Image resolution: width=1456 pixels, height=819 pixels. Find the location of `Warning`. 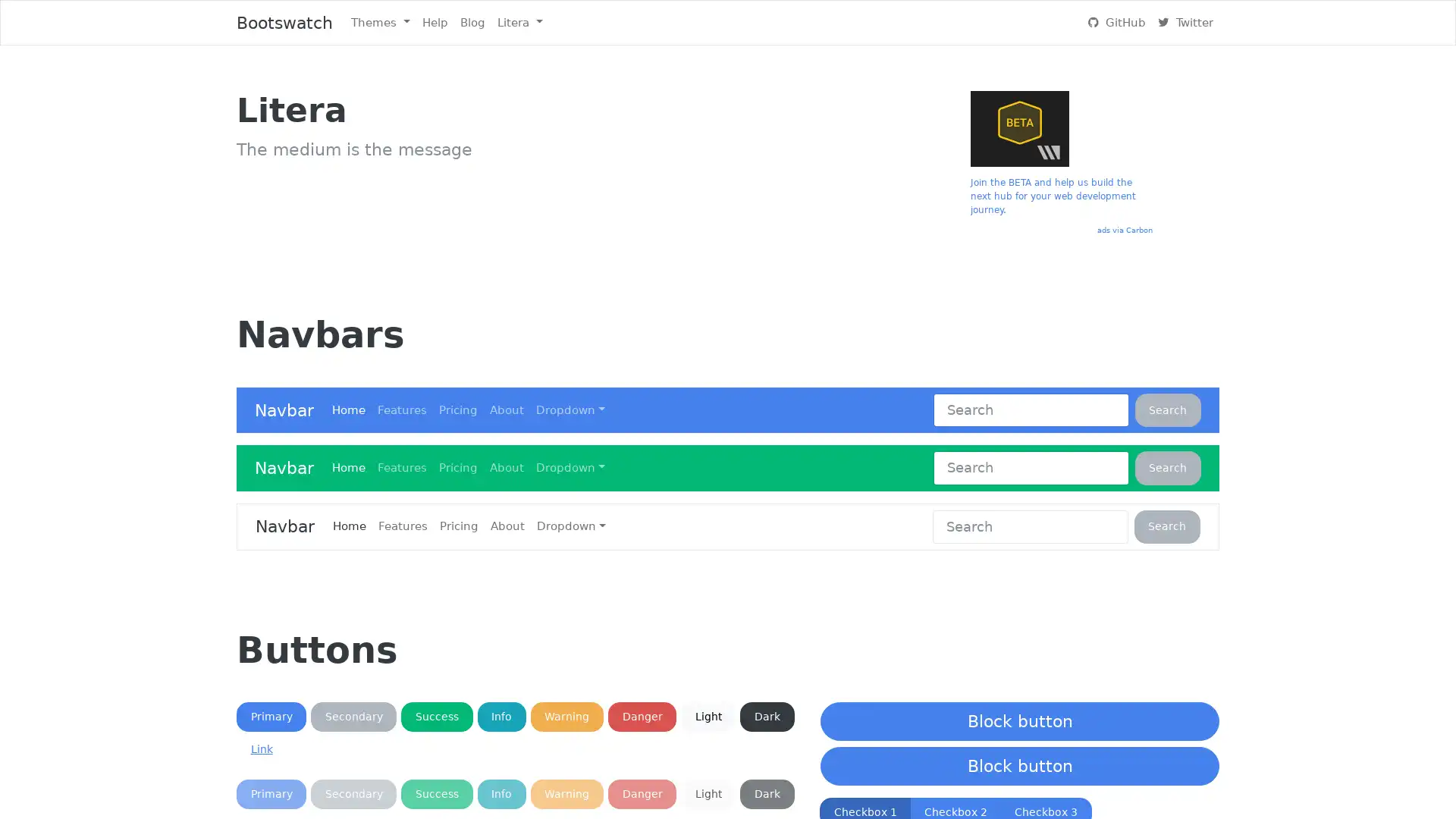

Warning is located at coordinates (566, 717).